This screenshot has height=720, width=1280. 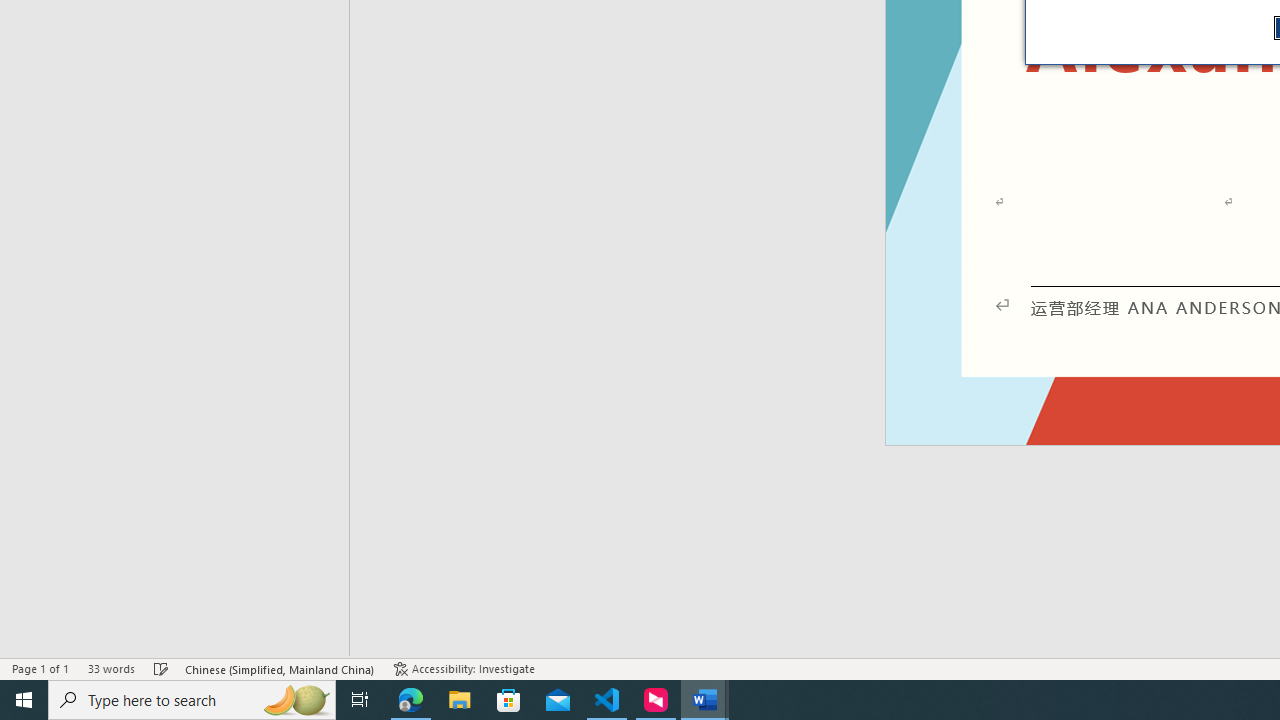 What do you see at coordinates (410, 698) in the screenshot?
I see `'Microsoft Edge - 1 running window'` at bounding box center [410, 698].